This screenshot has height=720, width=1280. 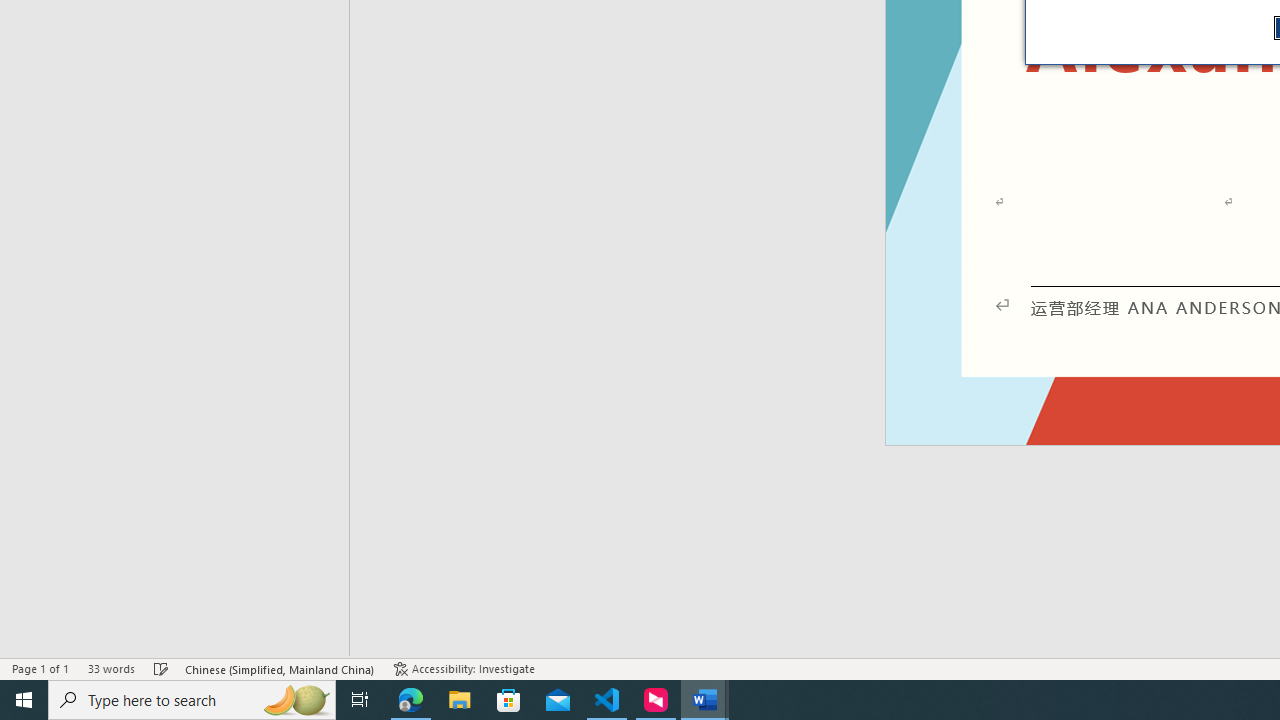 What do you see at coordinates (410, 698) in the screenshot?
I see `'Microsoft Edge - 1 running window'` at bounding box center [410, 698].